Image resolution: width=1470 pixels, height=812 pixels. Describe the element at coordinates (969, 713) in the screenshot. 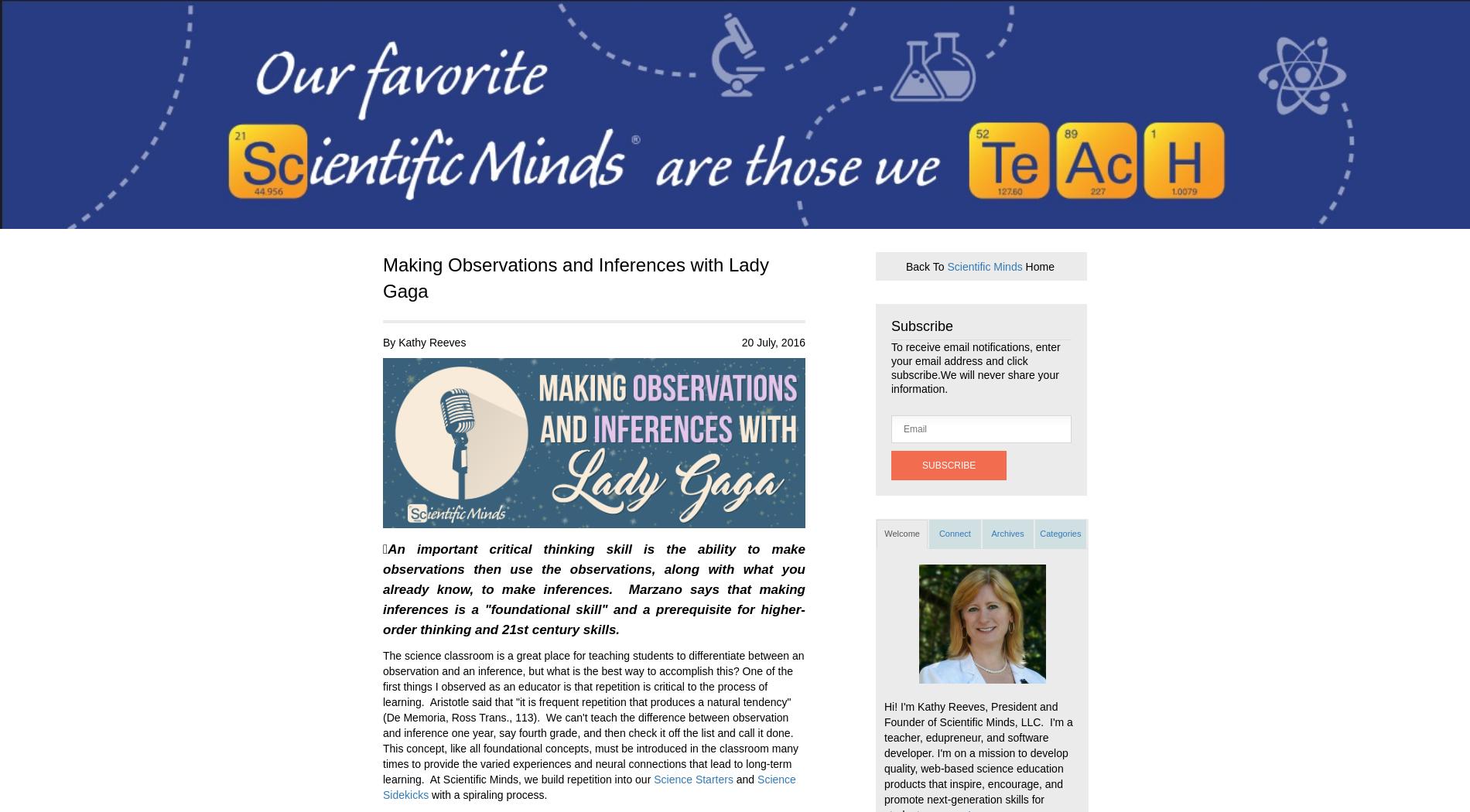

I see `'Hi! I'm Kathy Reeves, President and Founder of Scientific
Minds, LLC.'` at that location.